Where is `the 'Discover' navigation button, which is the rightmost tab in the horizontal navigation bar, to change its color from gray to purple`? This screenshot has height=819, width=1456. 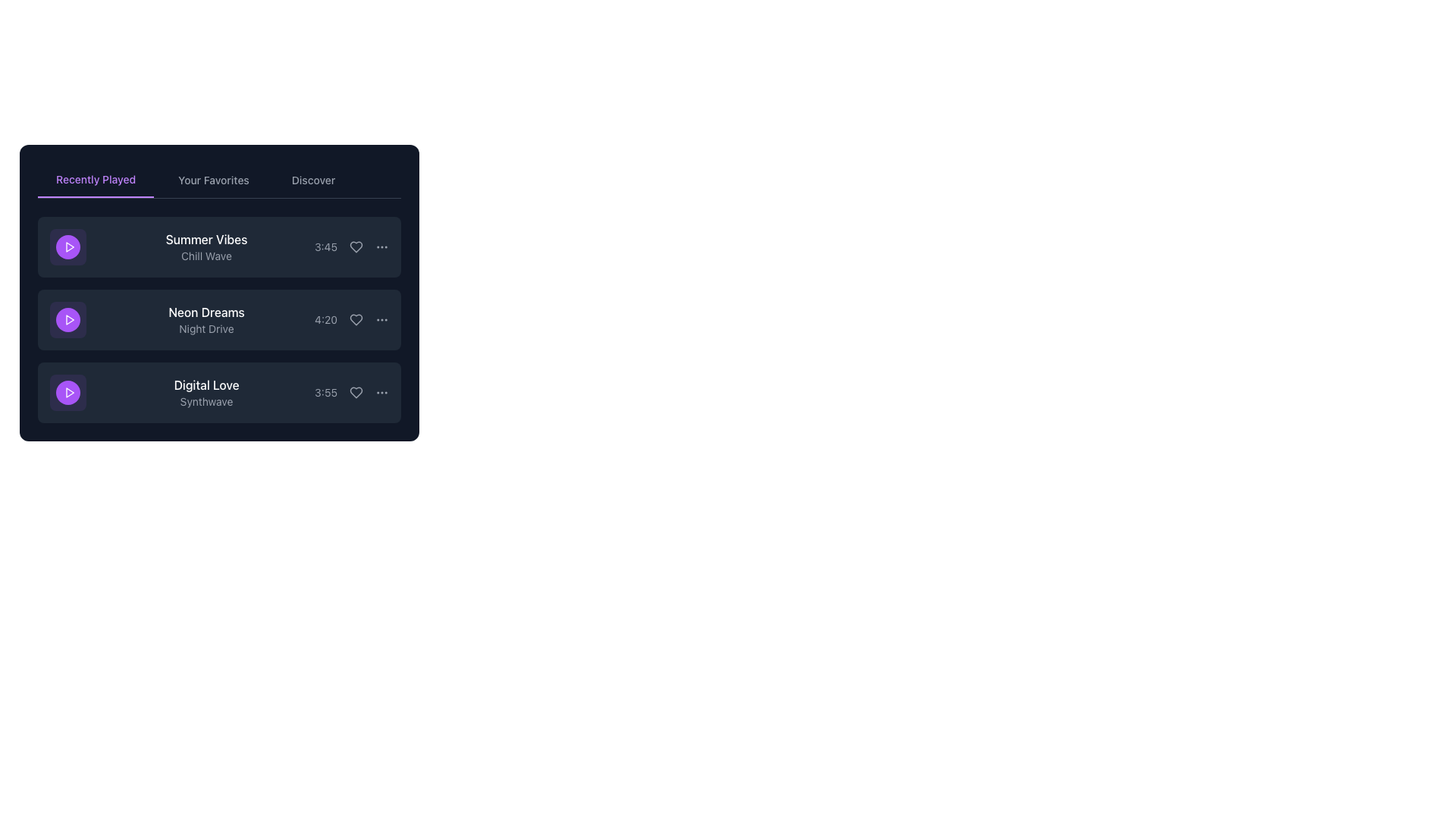
the 'Discover' navigation button, which is the rightmost tab in the horizontal navigation bar, to change its color from gray to purple is located at coordinates (312, 180).